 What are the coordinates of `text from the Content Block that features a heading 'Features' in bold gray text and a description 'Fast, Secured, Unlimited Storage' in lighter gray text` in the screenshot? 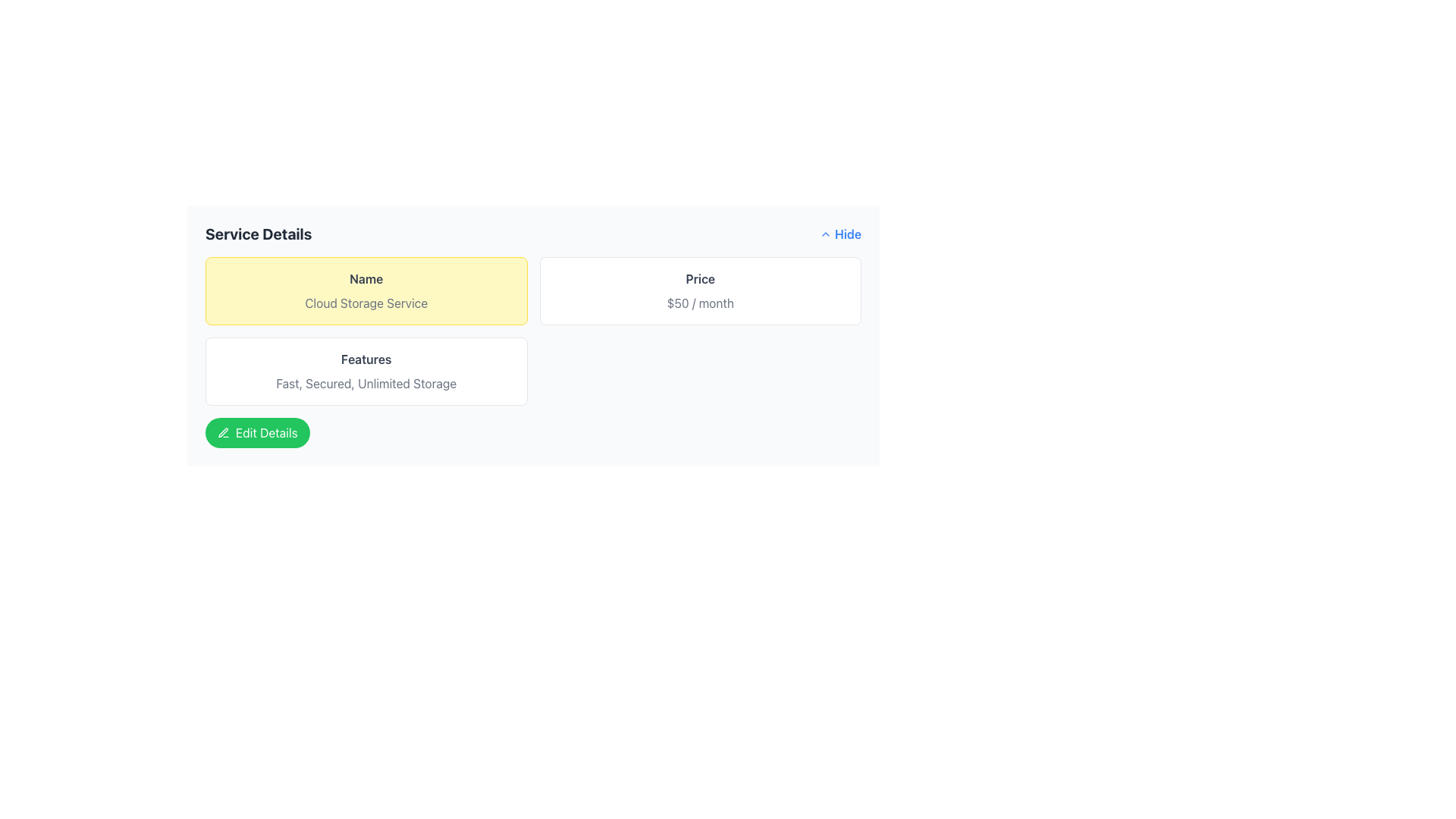 It's located at (366, 371).